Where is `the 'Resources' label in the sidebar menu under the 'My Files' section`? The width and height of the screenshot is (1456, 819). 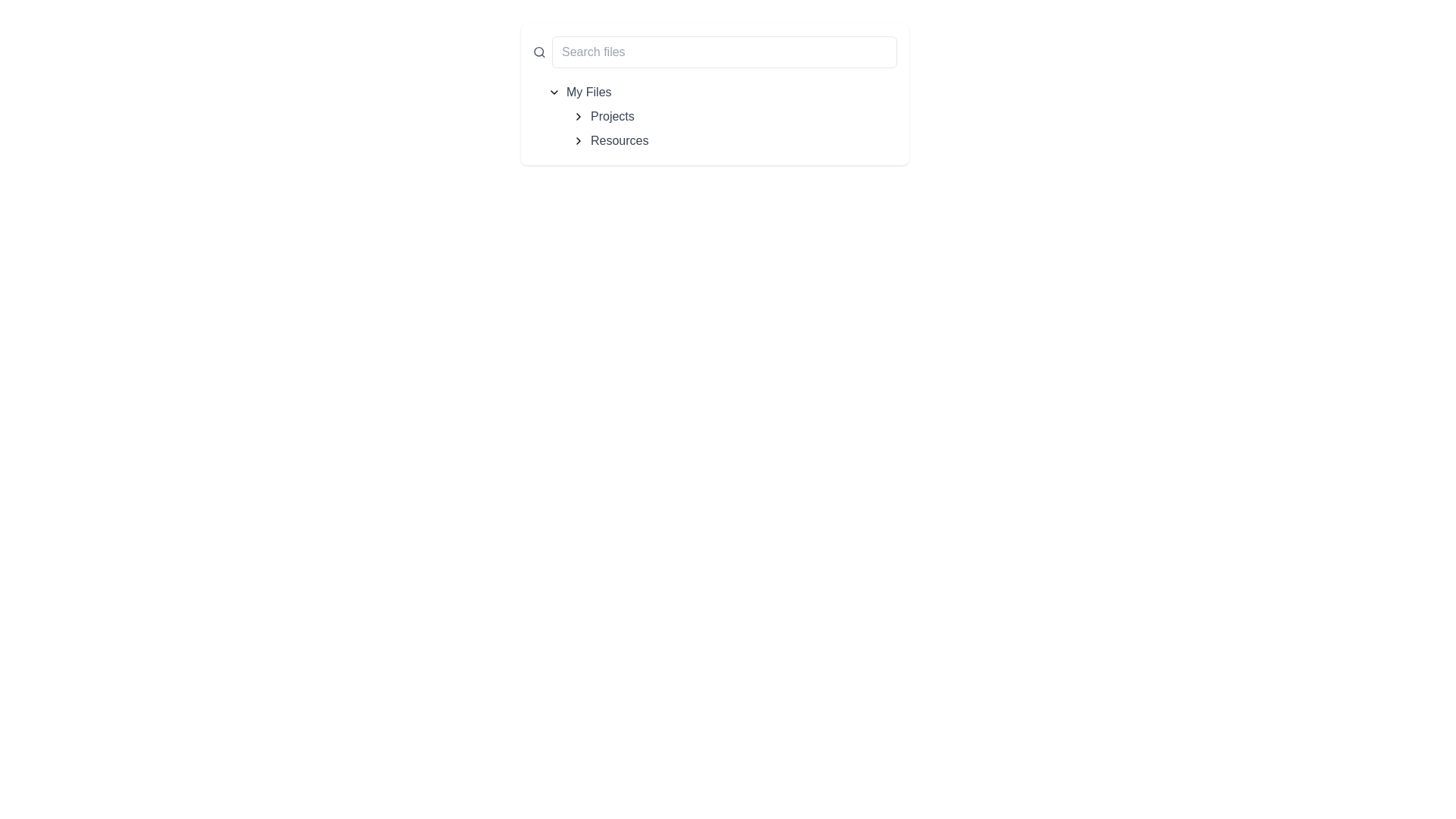 the 'Resources' label in the sidebar menu under the 'My Files' section is located at coordinates (620, 140).